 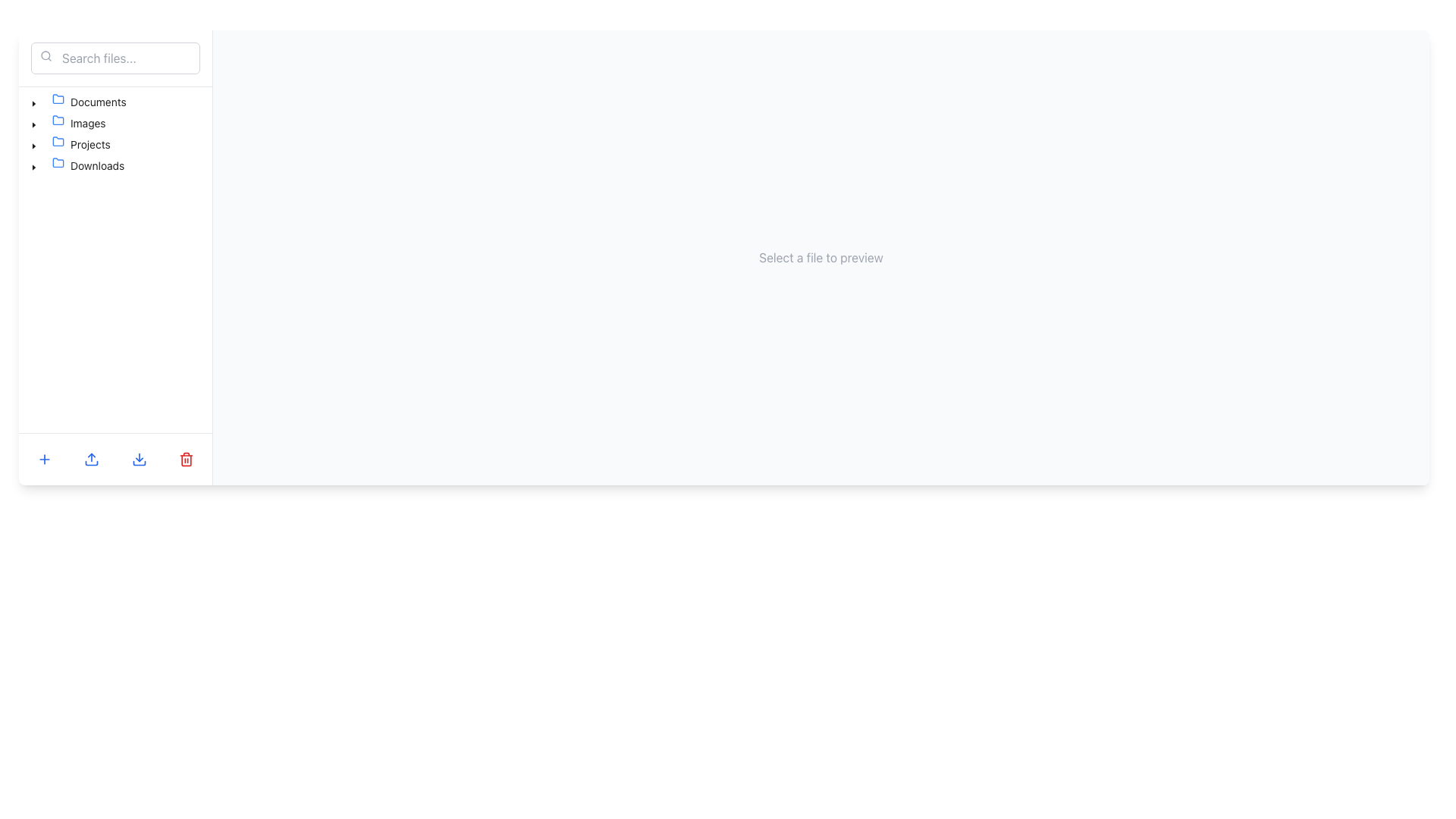 What do you see at coordinates (33, 124) in the screenshot?
I see `the small downward-pointing triangle icon in the tree view next to the 'Images' folder label` at bounding box center [33, 124].